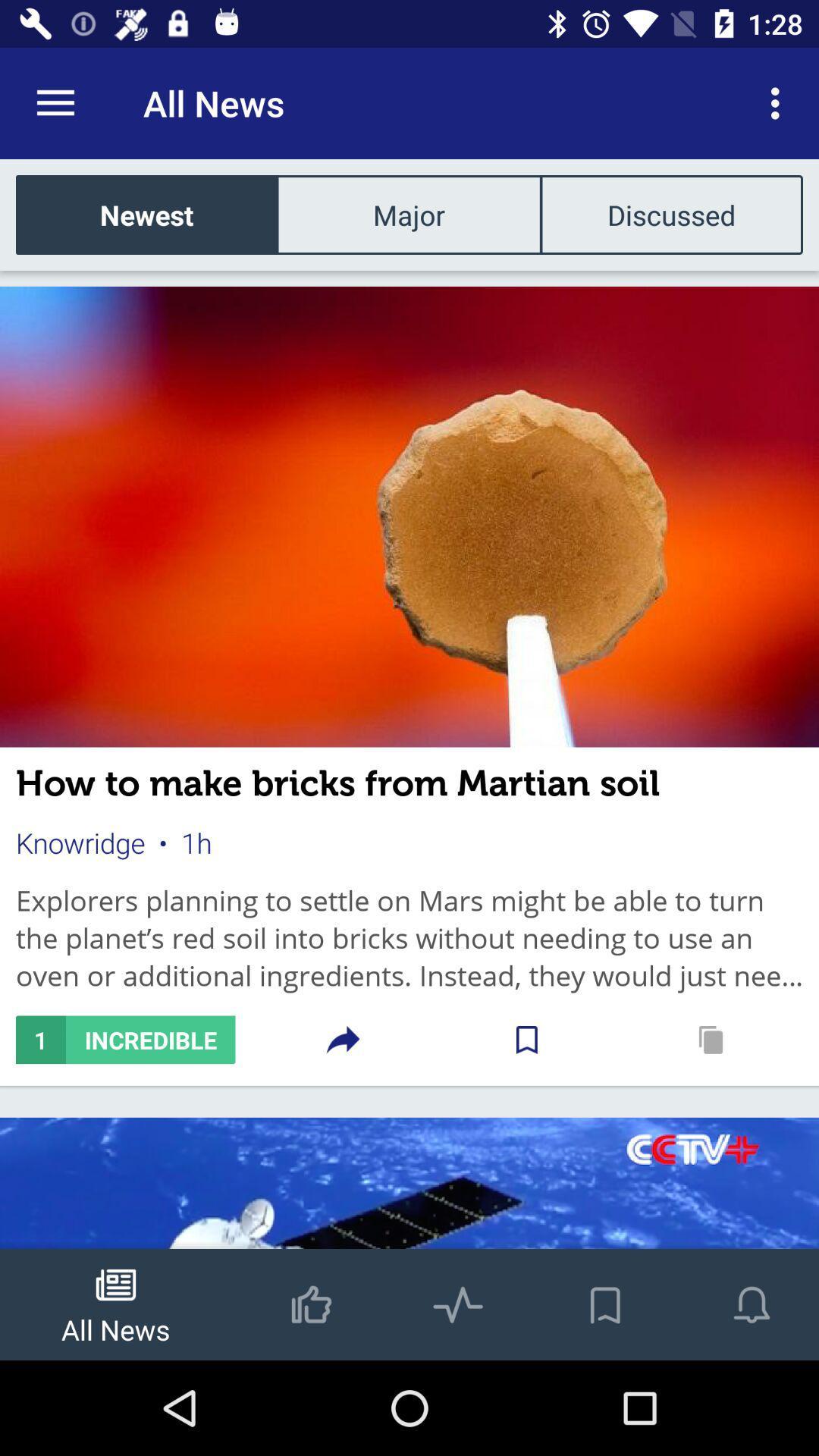 The height and width of the screenshot is (1456, 819). I want to click on the item next to the major item, so click(146, 214).